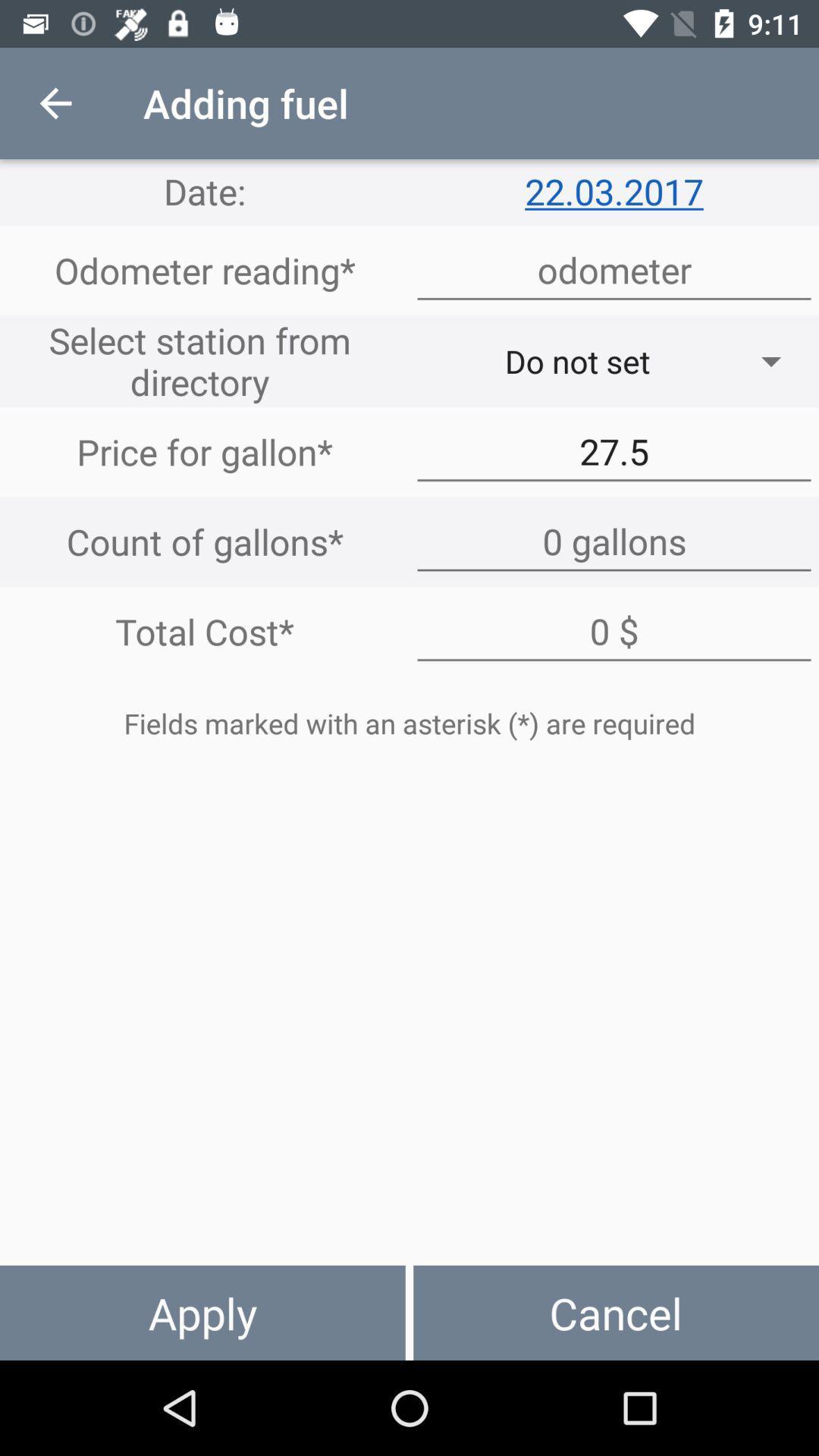 This screenshot has width=819, height=1456. What do you see at coordinates (614, 541) in the screenshot?
I see `new tap page` at bounding box center [614, 541].